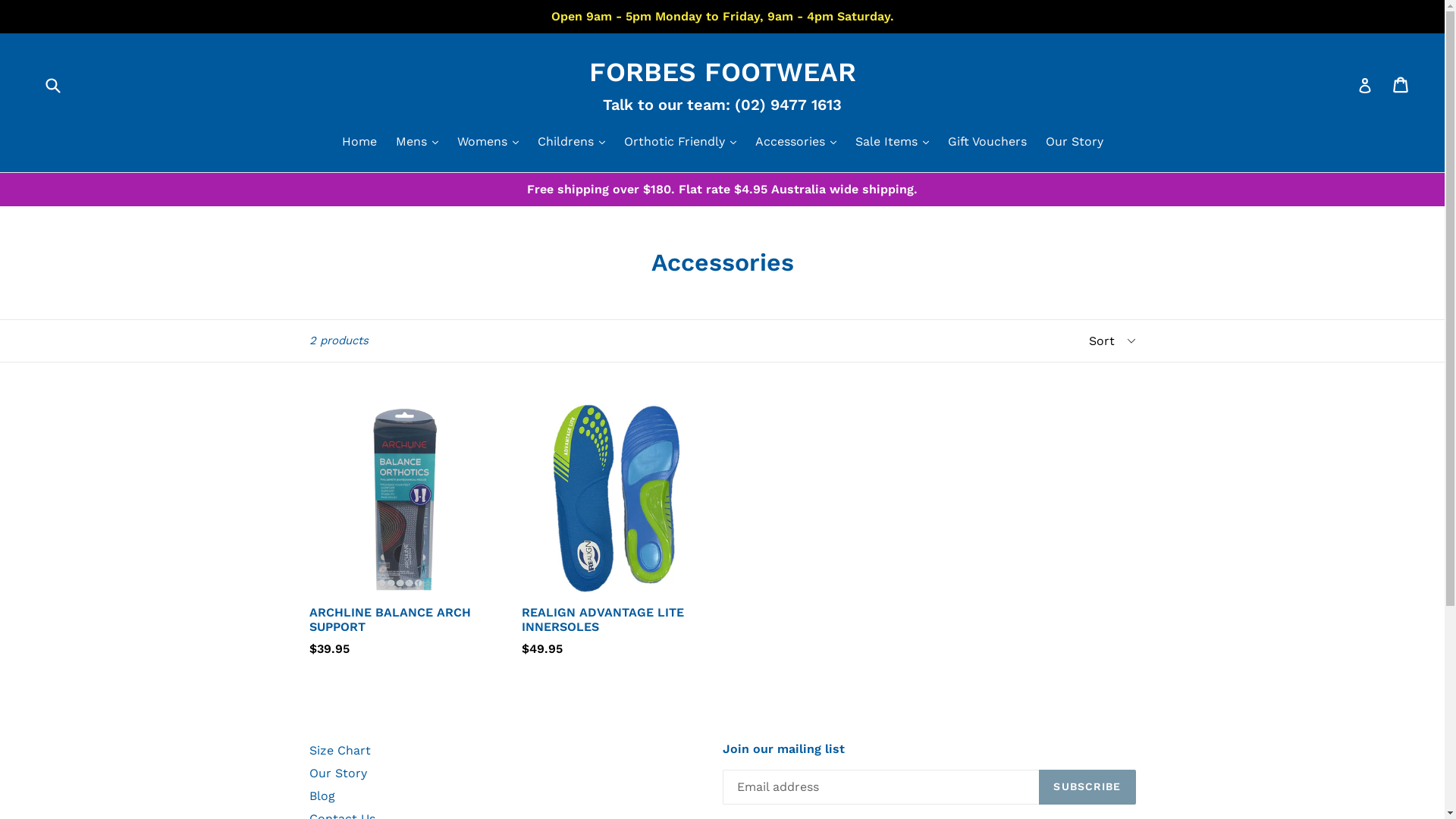 The image size is (1456, 819). What do you see at coordinates (52, 85) in the screenshot?
I see `'Submit'` at bounding box center [52, 85].